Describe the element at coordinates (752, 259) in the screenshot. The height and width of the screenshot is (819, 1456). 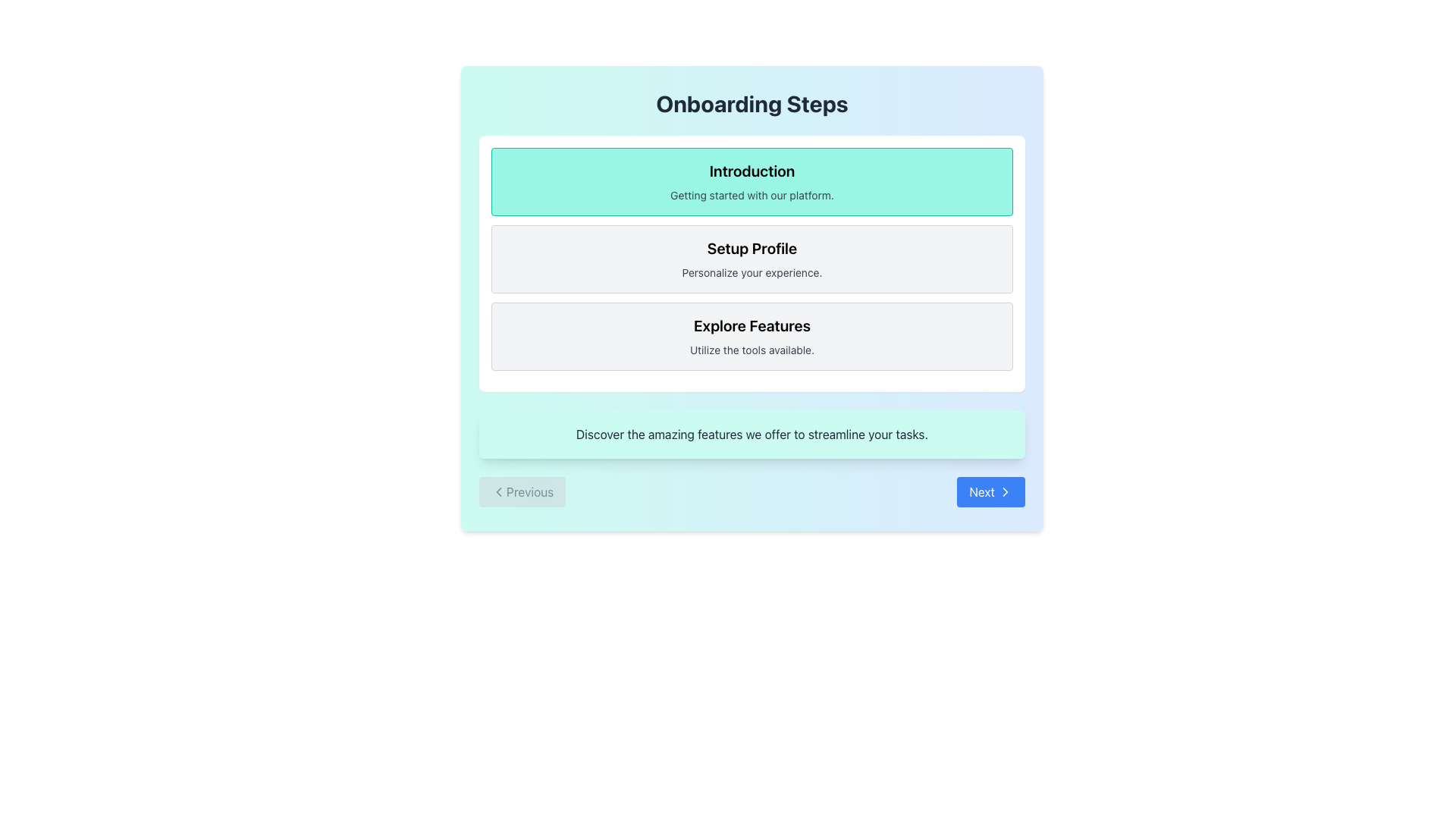
I see `text in the descriptive box titled 'Setup Profile' which contains the description 'Personalize your experience.'` at that location.